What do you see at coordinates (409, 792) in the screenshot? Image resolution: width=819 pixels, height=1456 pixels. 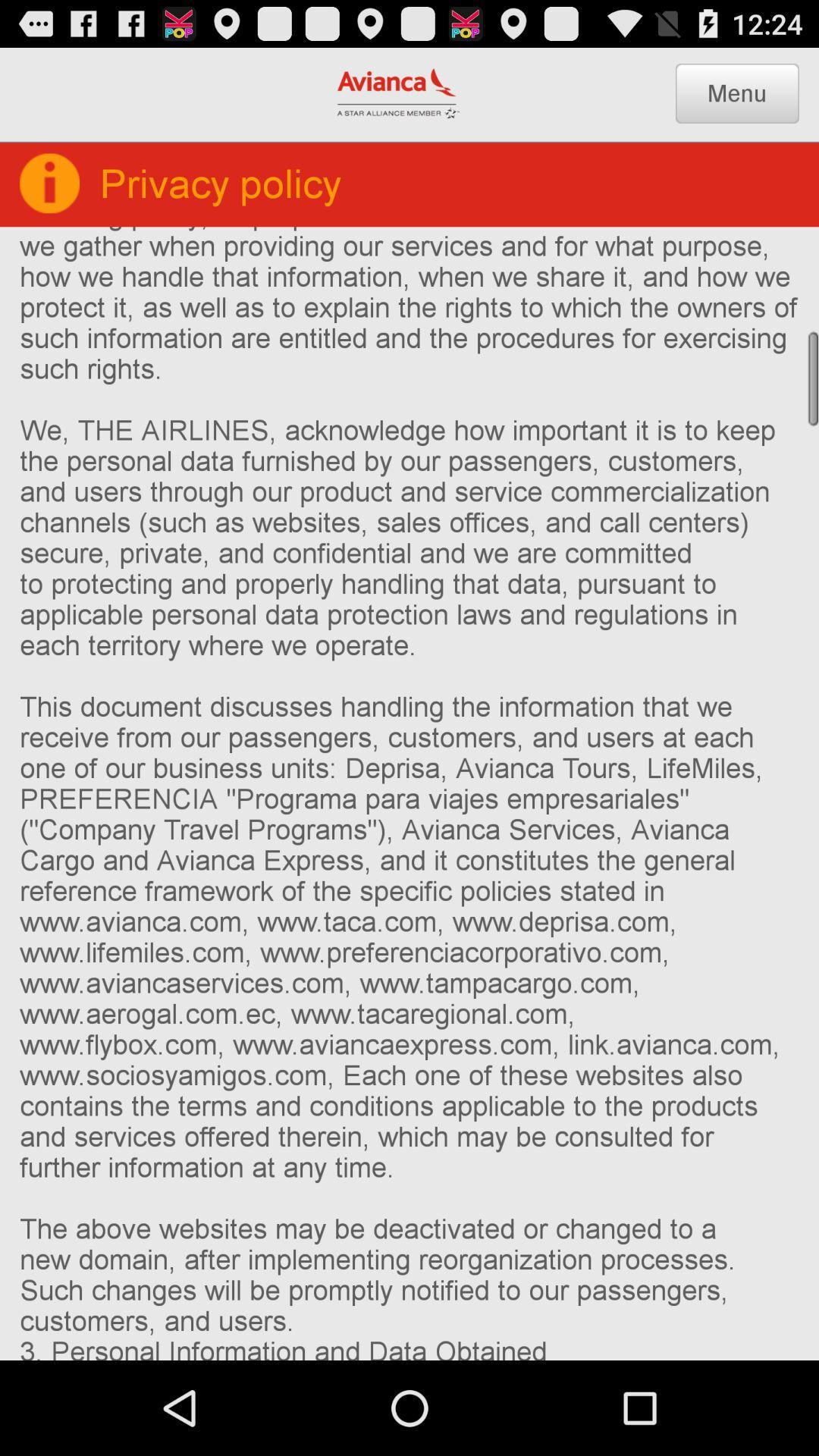 I see `the 1 who we` at bounding box center [409, 792].